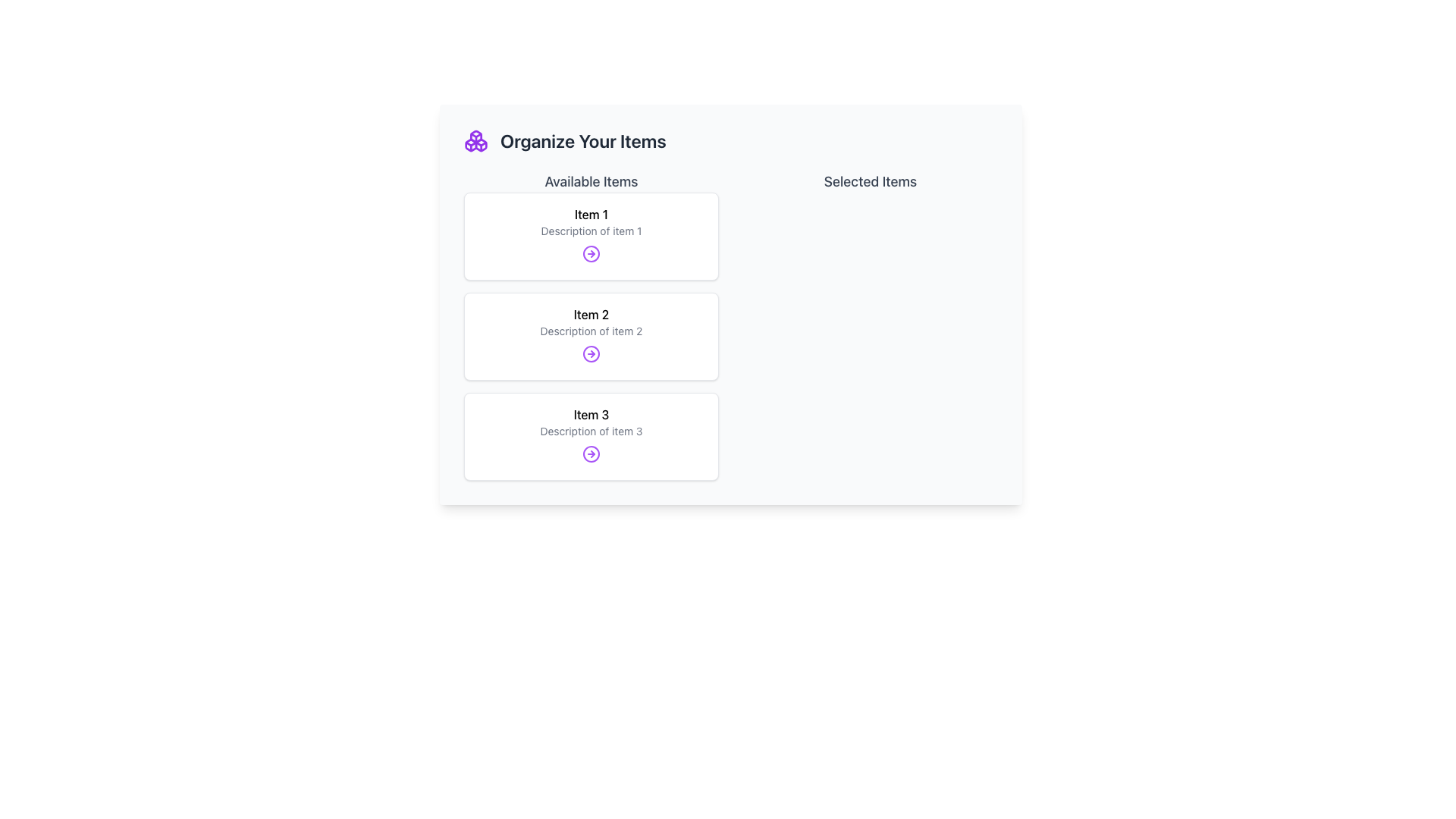 The height and width of the screenshot is (819, 1456). Describe the element at coordinates (590, 453) in the screenshot. I see `the circular purple icon button containing a right-pointing arrow located below the description text of 'Item 3' in the bordered white box to interact with it` at that location.